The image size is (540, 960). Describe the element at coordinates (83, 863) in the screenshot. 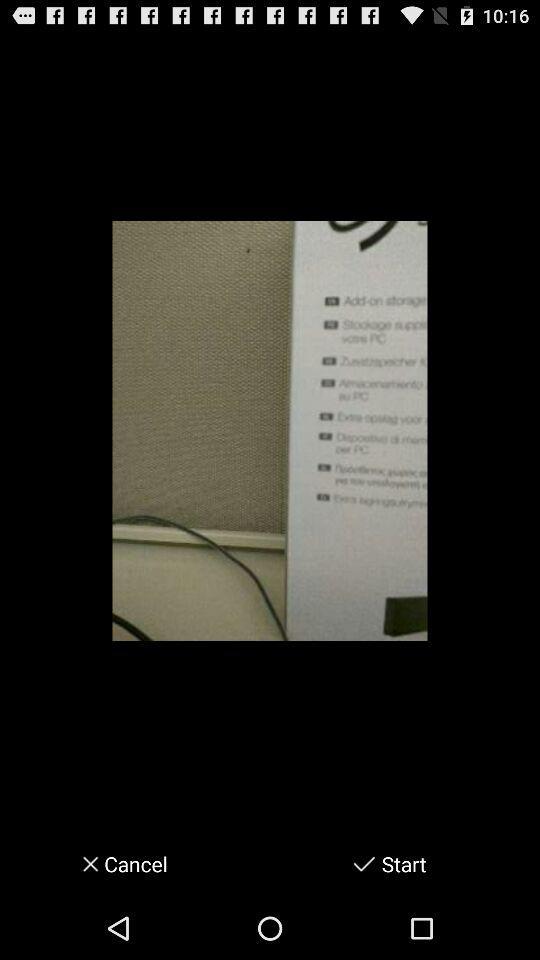

I see `cancel option` at that location.